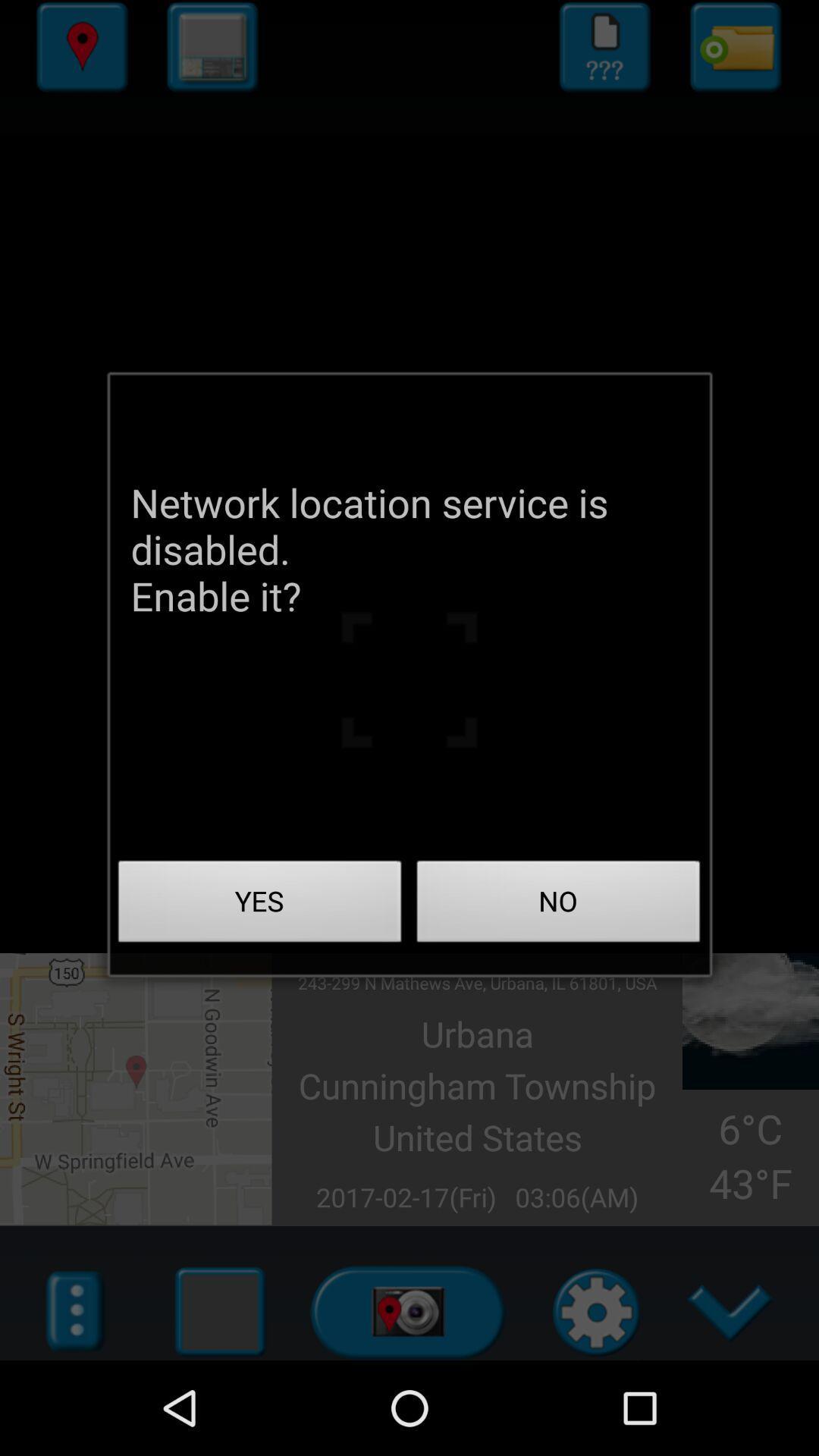 The width and height of the screenshot is (819, 1456). What do you see at coordinates (259, 905) in the screenshot?
I see `yes` at bounding box center [259, 905].